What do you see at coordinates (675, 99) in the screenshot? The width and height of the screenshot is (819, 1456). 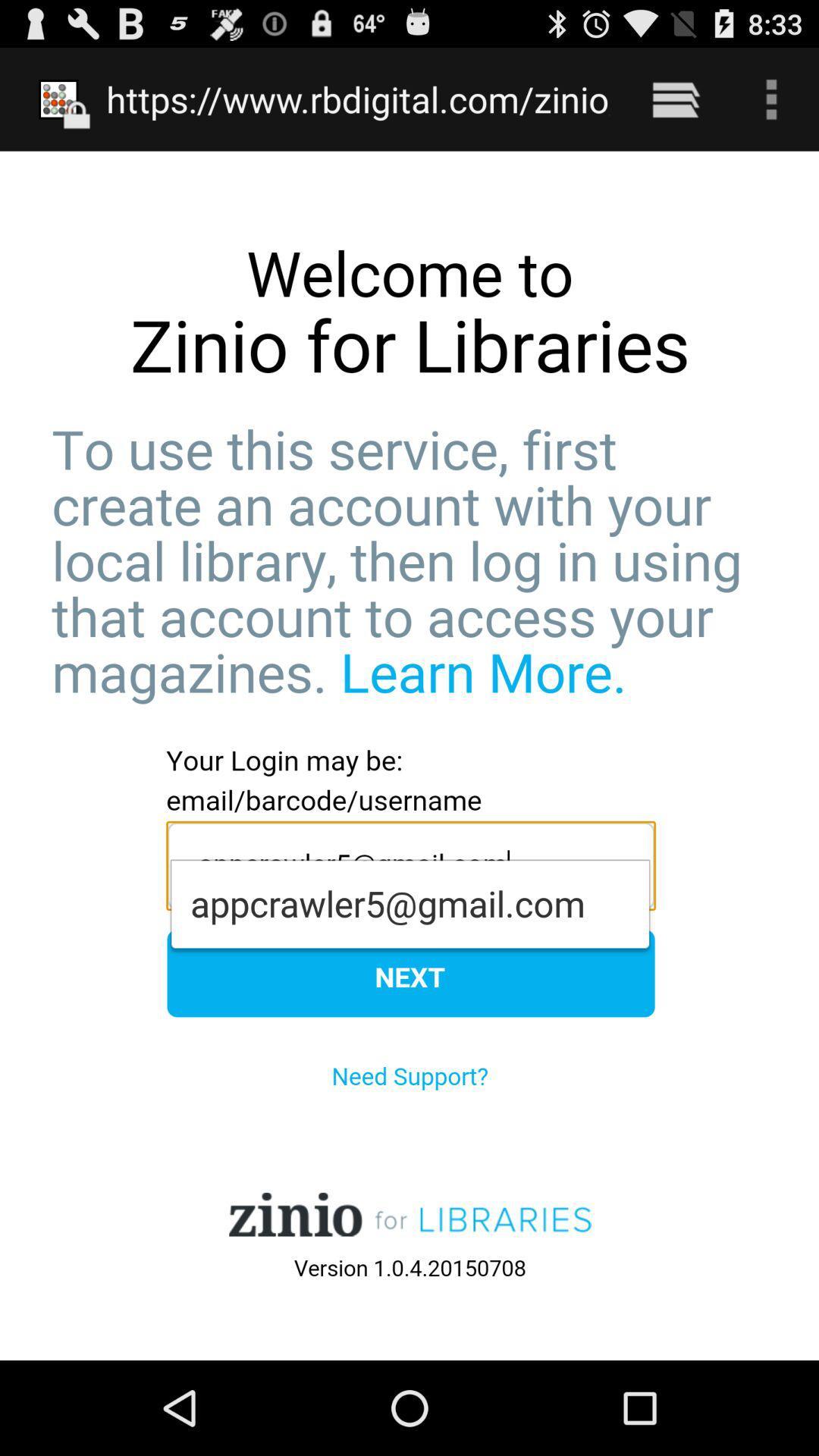 I see `the icon to the right of https www rbdigital icon` at bounding box center [675, 99].